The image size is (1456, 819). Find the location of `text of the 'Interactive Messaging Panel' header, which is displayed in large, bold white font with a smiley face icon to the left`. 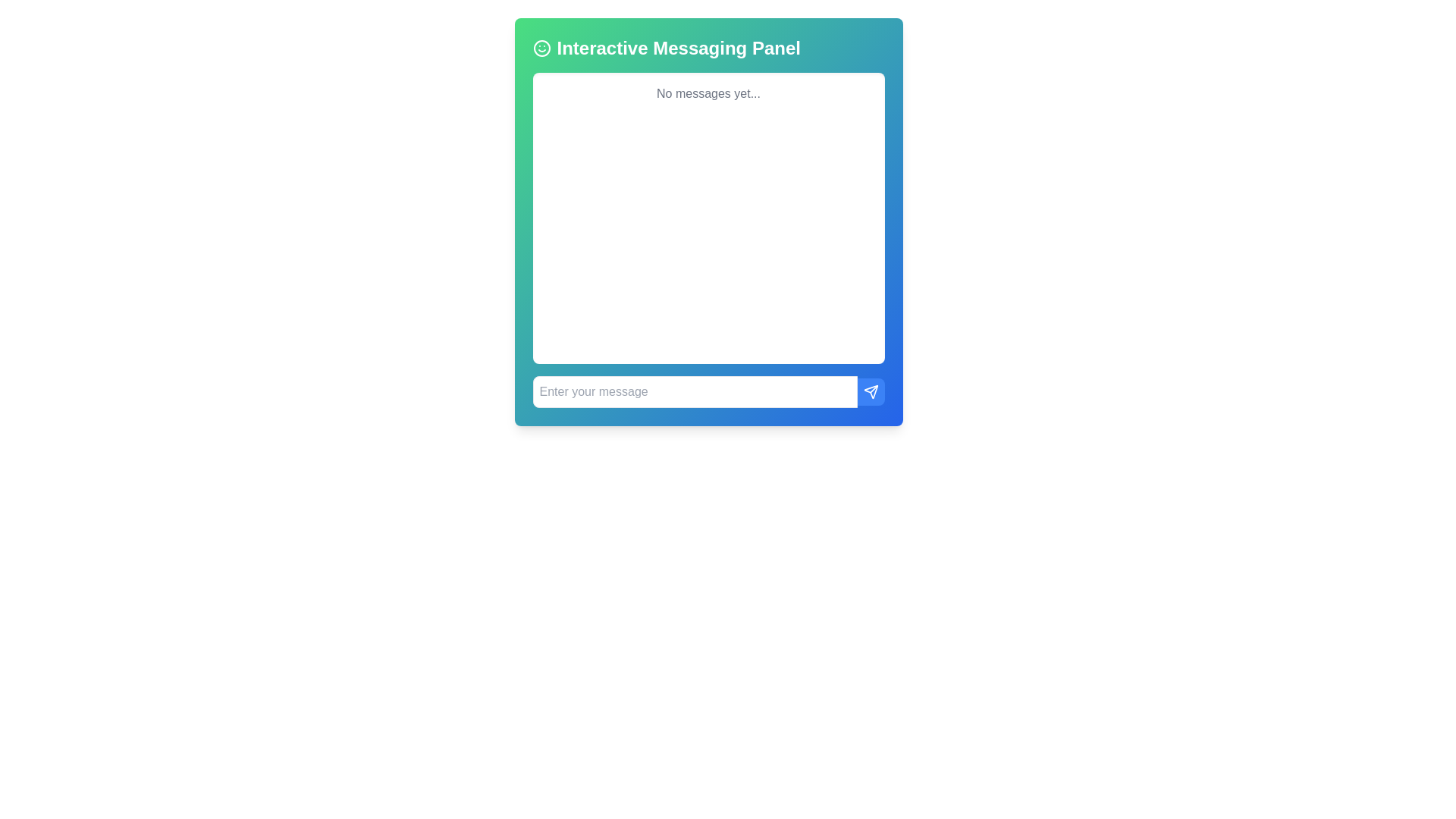

text of the 'Interactive Messaging Panel' header, which is displayed in large, bold white font with a smiley face icon to the left is located at coordinates (708, 48).